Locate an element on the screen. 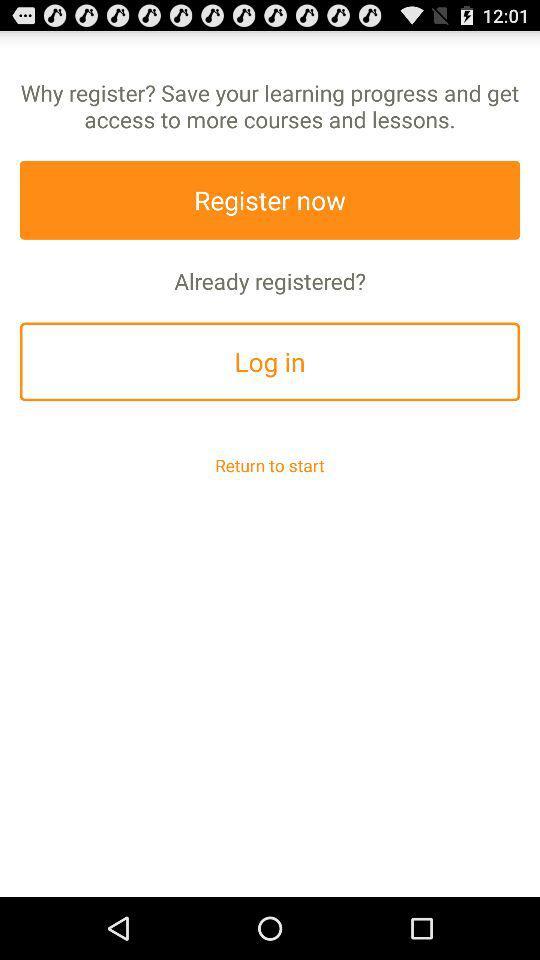  the item above the already registered? is located at coordinates (270, 200).